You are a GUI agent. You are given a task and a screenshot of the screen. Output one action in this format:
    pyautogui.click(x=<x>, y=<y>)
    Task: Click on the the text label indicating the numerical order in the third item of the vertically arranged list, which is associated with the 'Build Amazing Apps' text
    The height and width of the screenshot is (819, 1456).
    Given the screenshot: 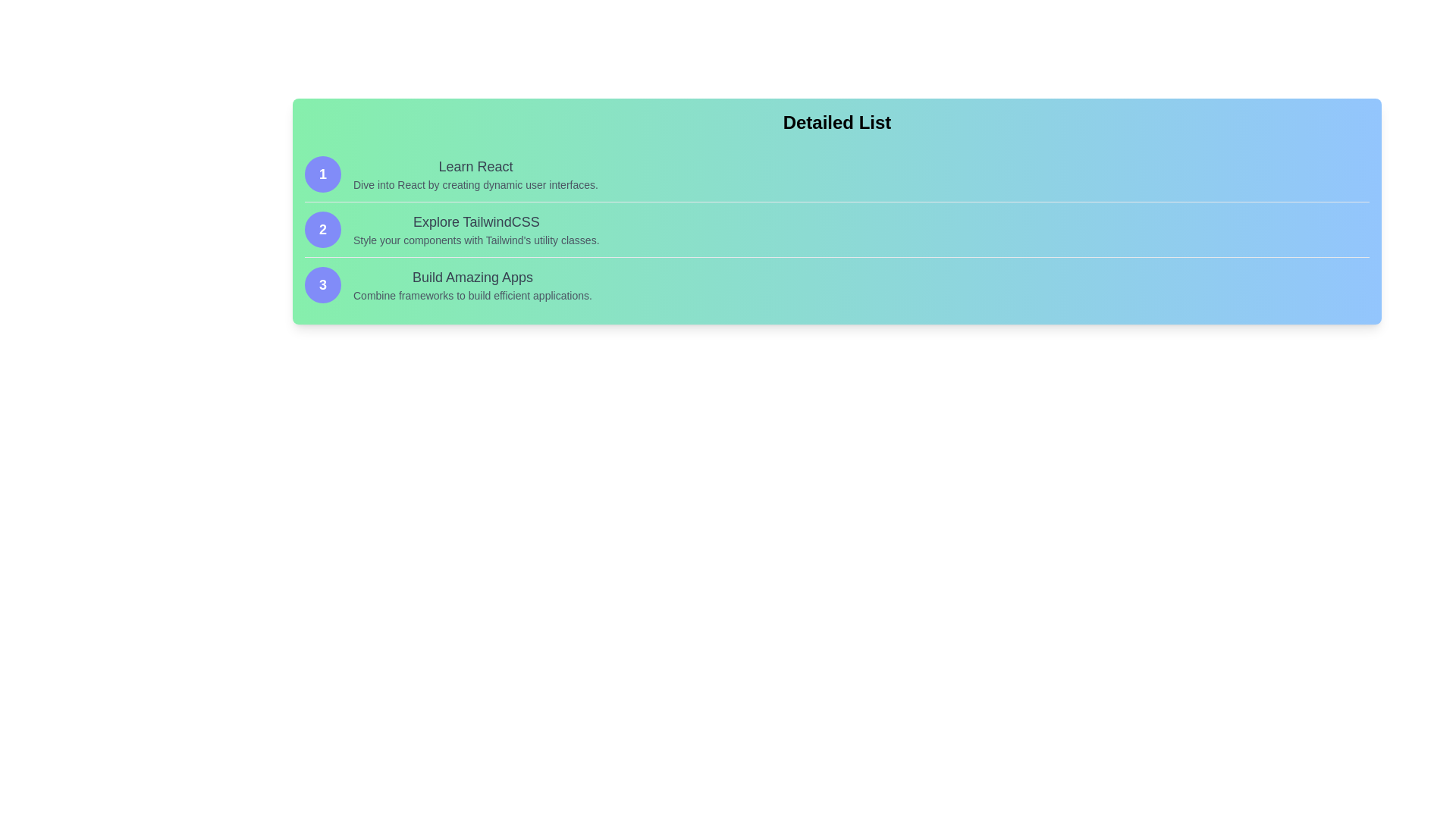 What is the action you would take?
    pyautogui.click(x=322, y=284)
    